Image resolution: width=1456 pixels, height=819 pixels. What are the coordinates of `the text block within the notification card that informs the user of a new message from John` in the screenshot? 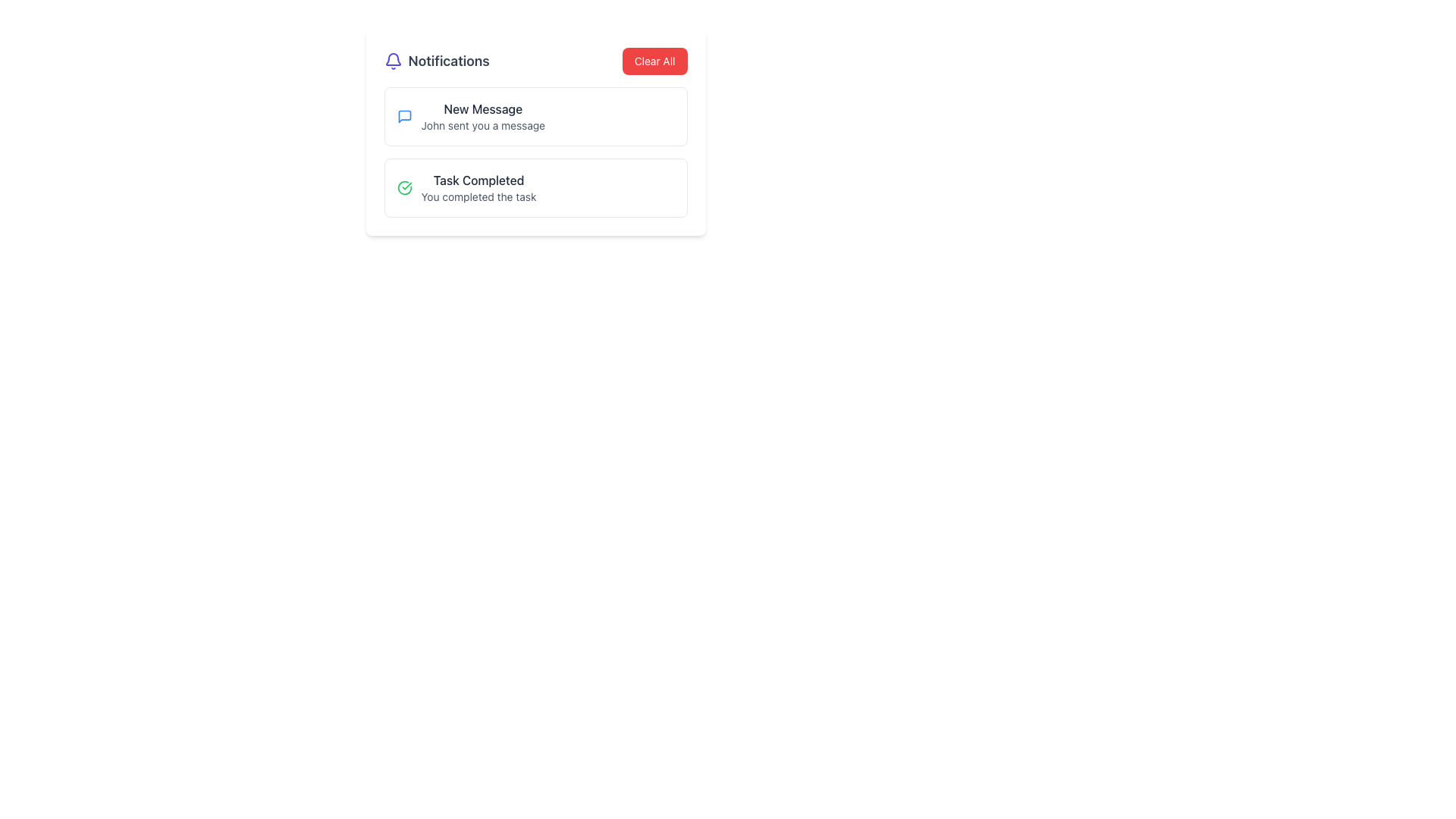 It's located at (482, 116).